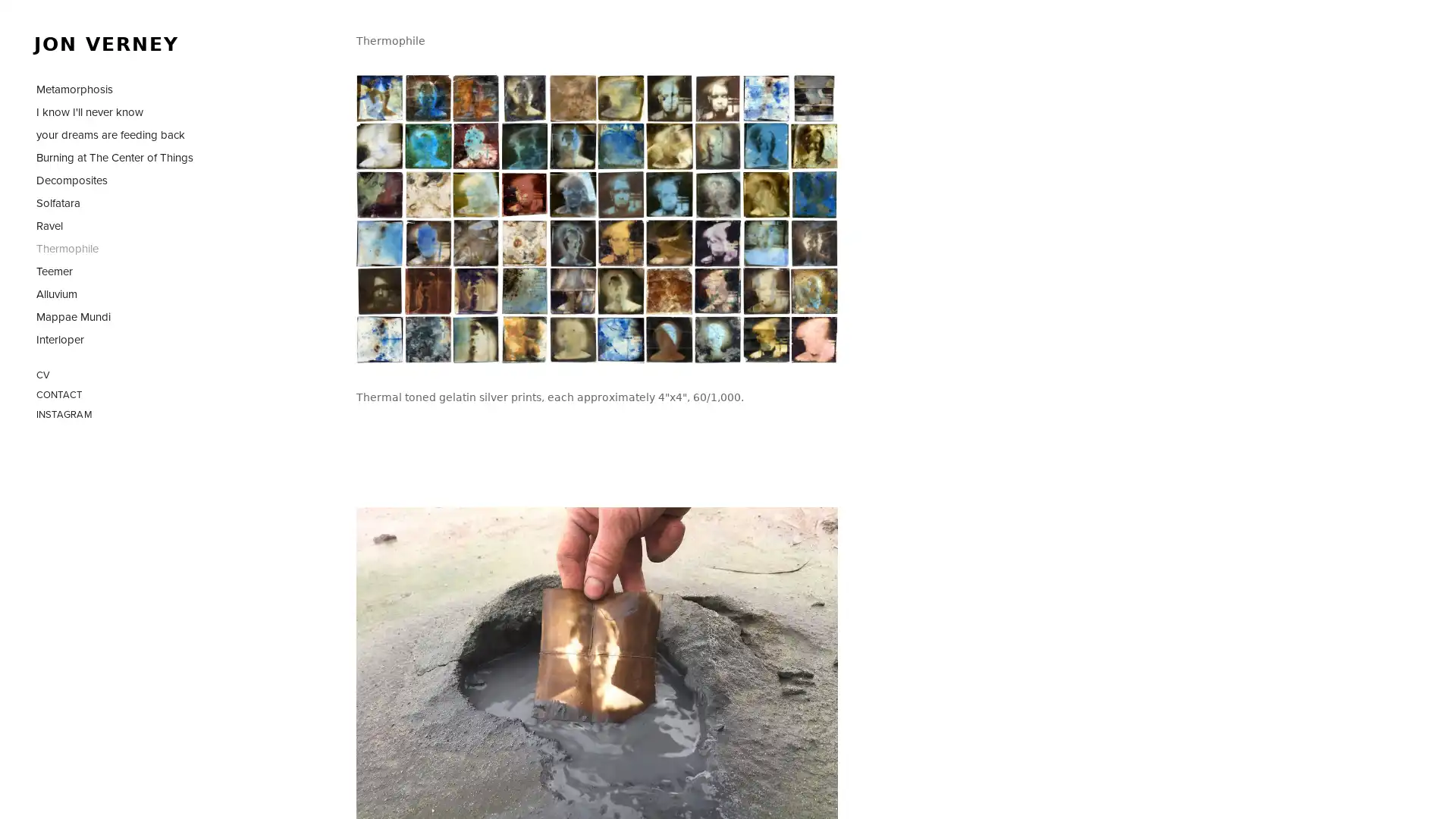  What do you see at coordinates (716, 97) in the screenshot?
I see `View fullsize jon_verney_thermophile_46.jpg` at bounding box center [716, 97].